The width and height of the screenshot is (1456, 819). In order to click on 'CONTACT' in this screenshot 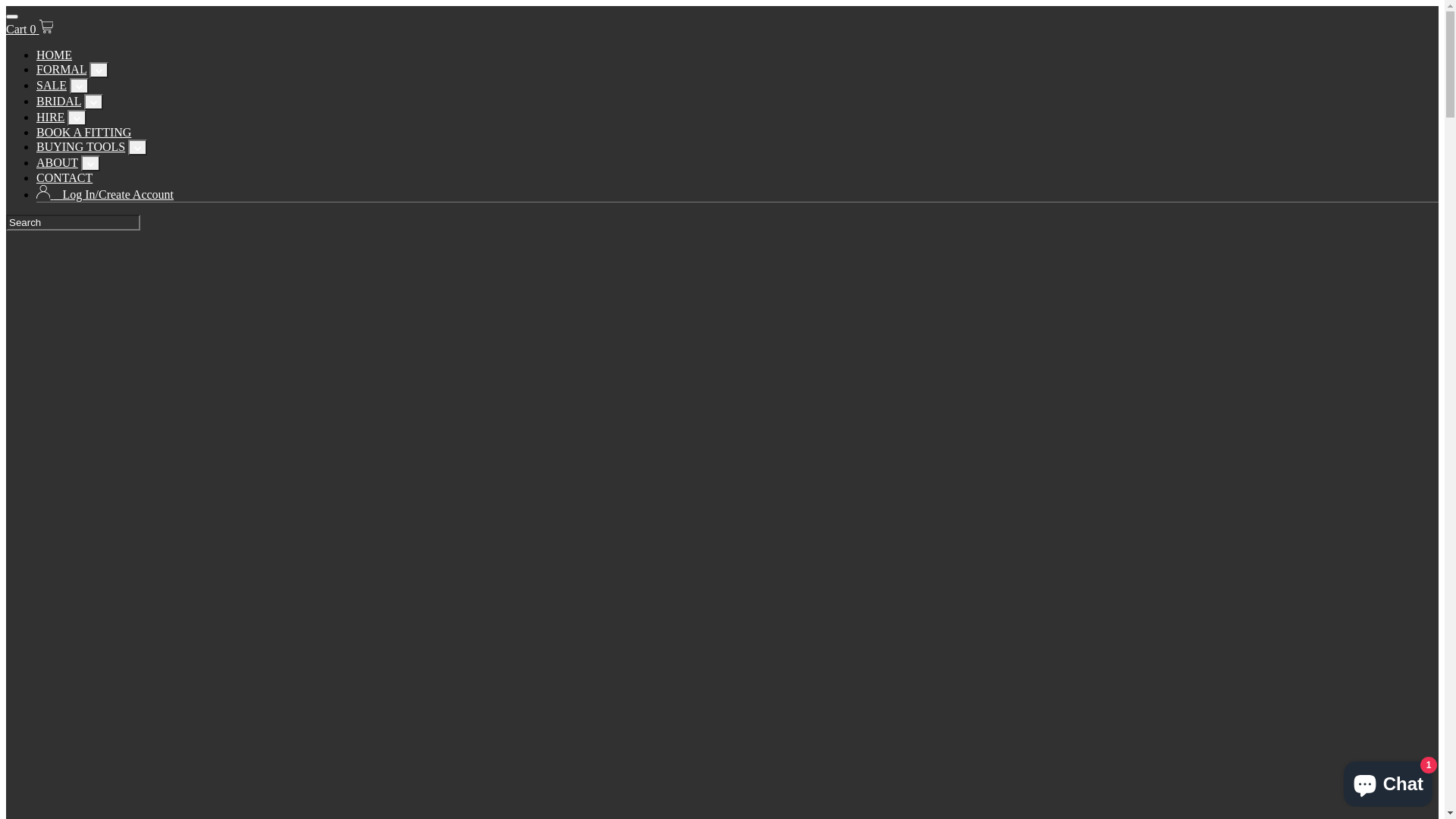, I will do `click(64, 177)`.